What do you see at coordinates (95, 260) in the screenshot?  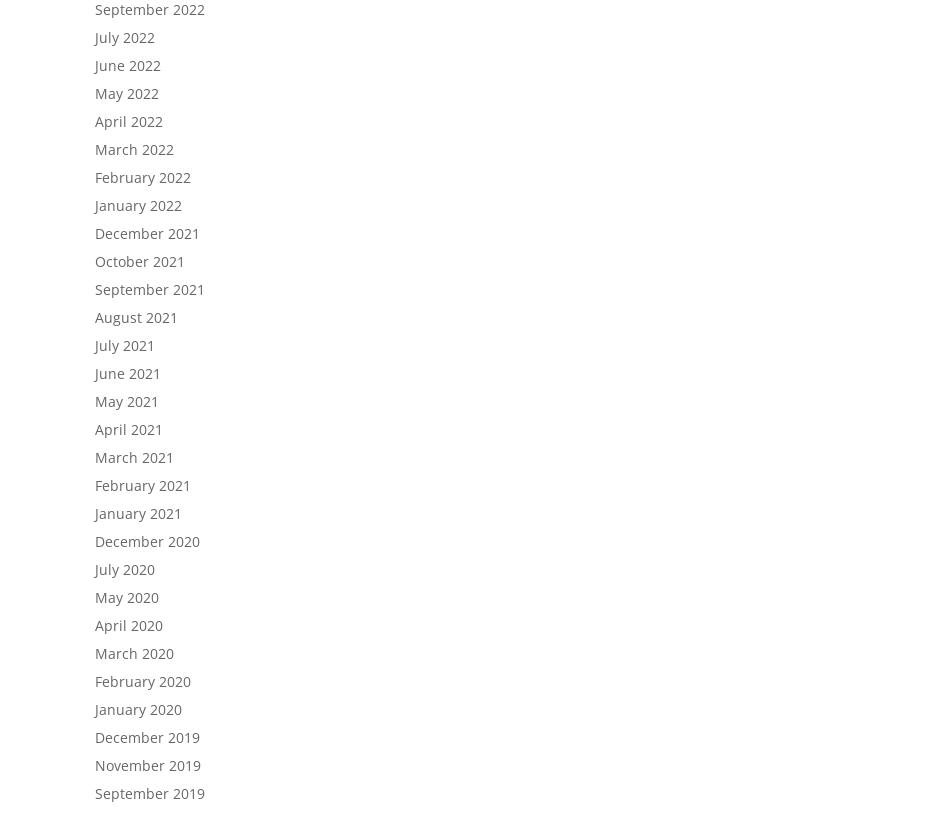 I see `'October 2021'` at bounding box center [95, 260].